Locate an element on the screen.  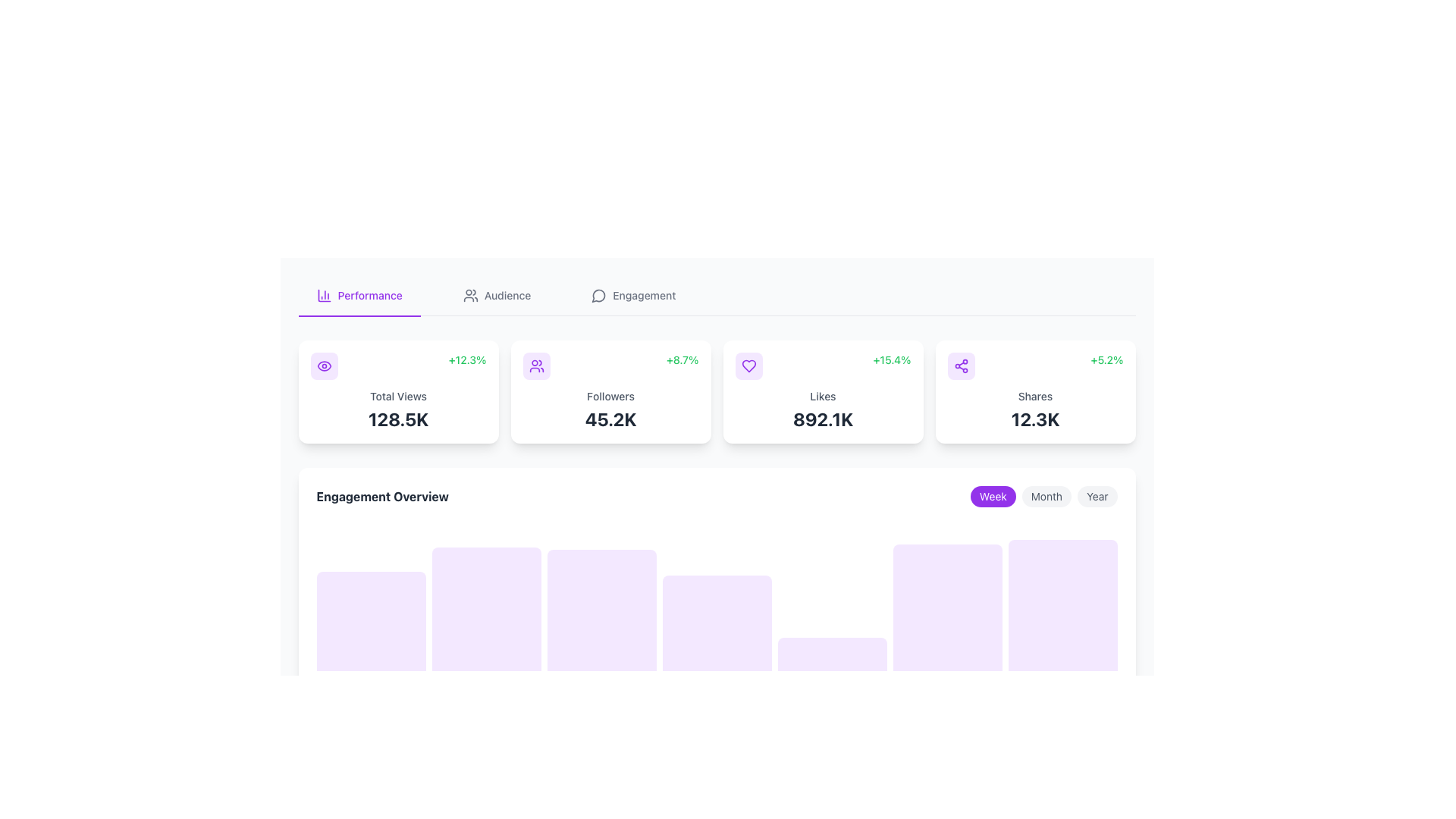
the metric display card showing total views and percentage change, which is the first card in the grid structure is located at coordinates (398, 391).